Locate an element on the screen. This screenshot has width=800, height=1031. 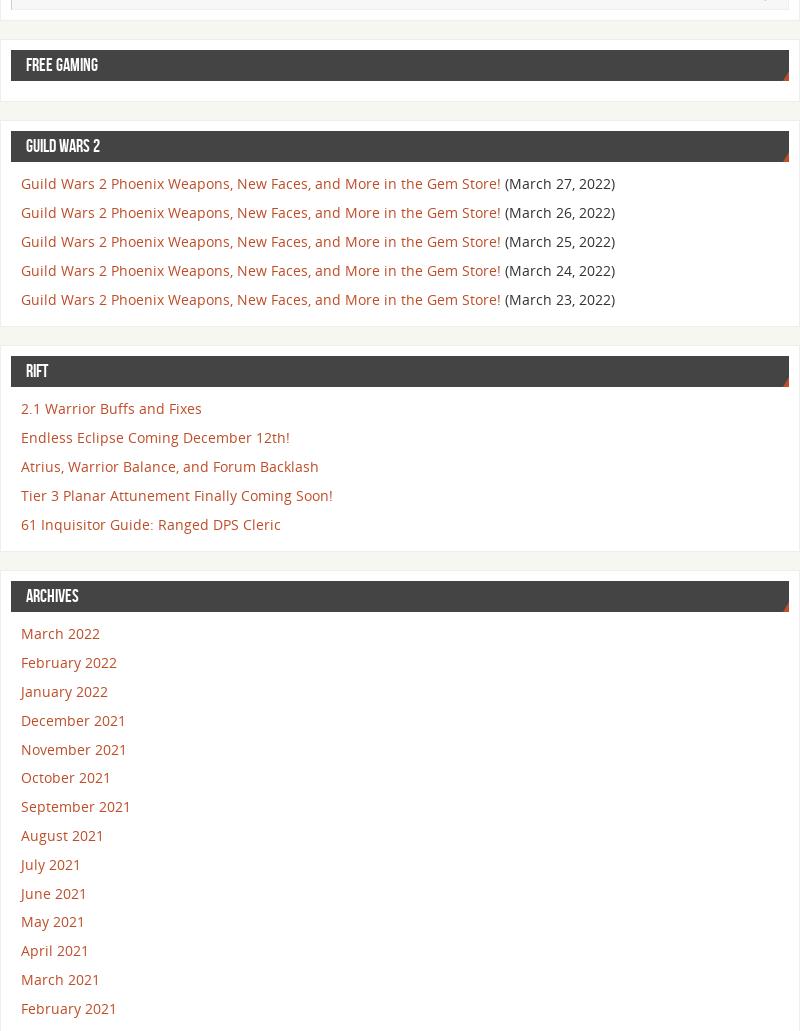
'(March 25, 2022)' is located at coordinates (560, 241).